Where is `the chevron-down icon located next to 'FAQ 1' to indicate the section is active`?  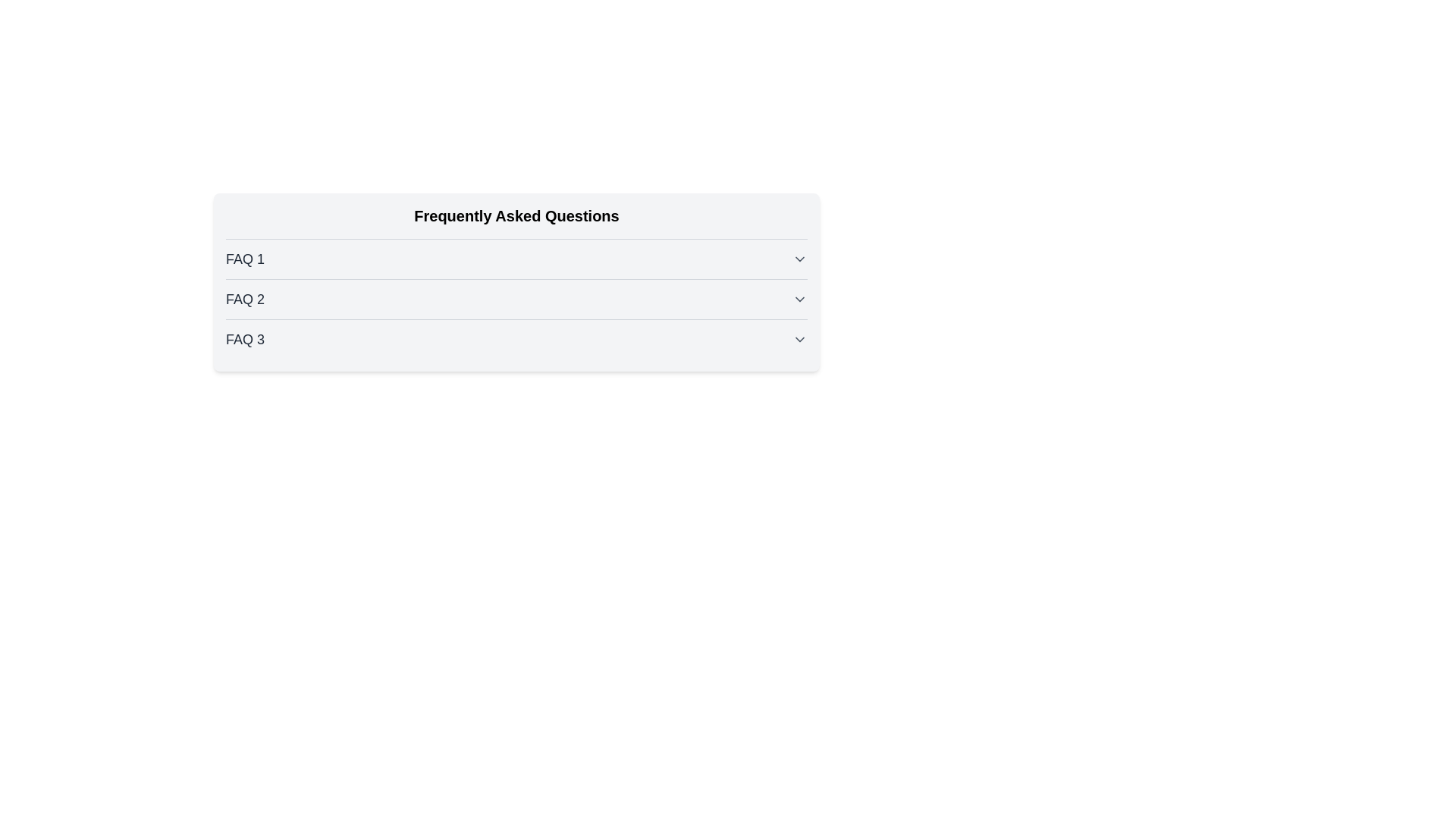
the chevron-down icon located next to 'FAQ 1' to indicate the section is active is located at coordinates (799, 259).